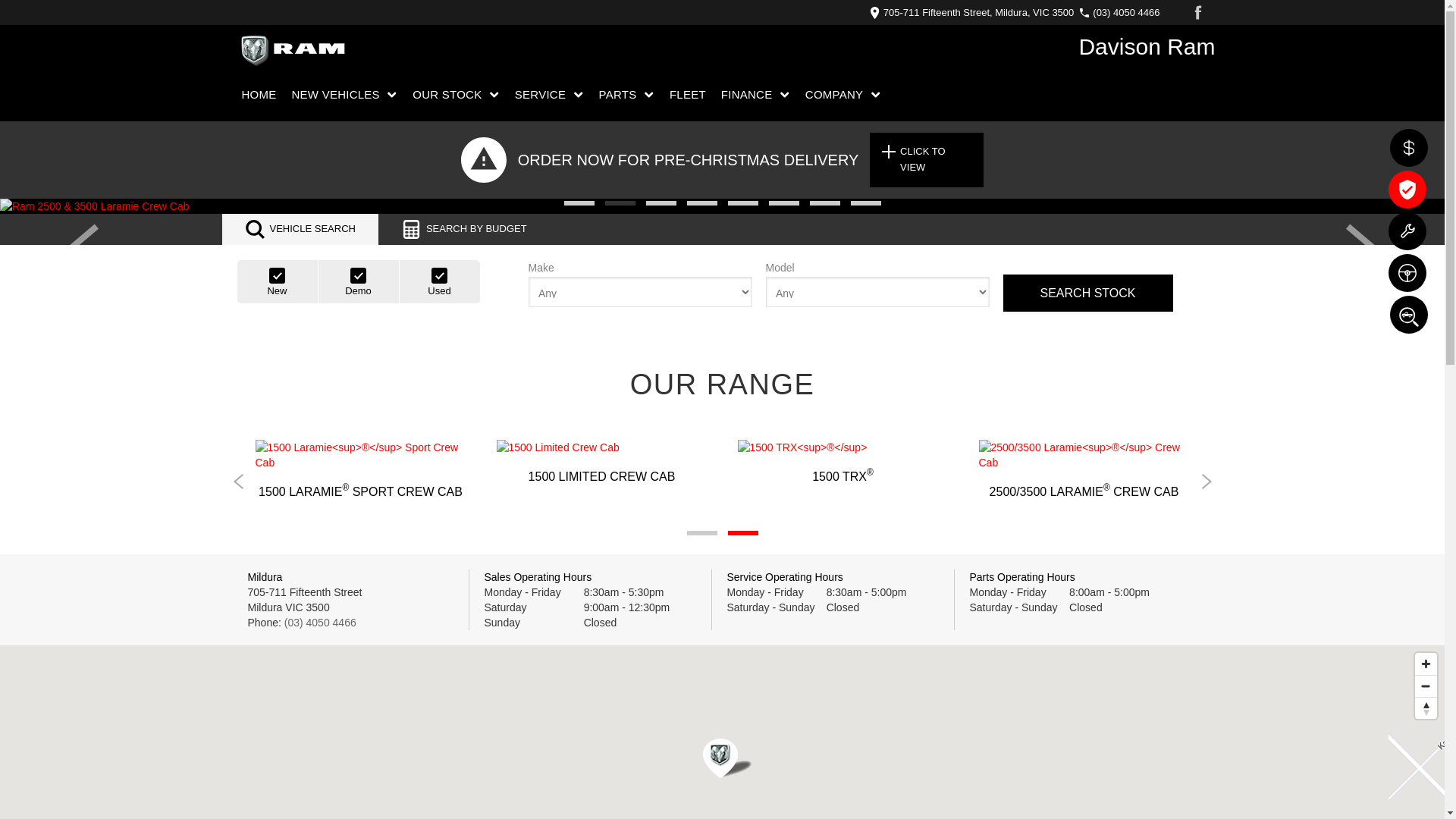 The image size is (1456, 819). Describe the element at coordinates (713, 94) in the screenshot. I see `'FINANCE'` at that location.